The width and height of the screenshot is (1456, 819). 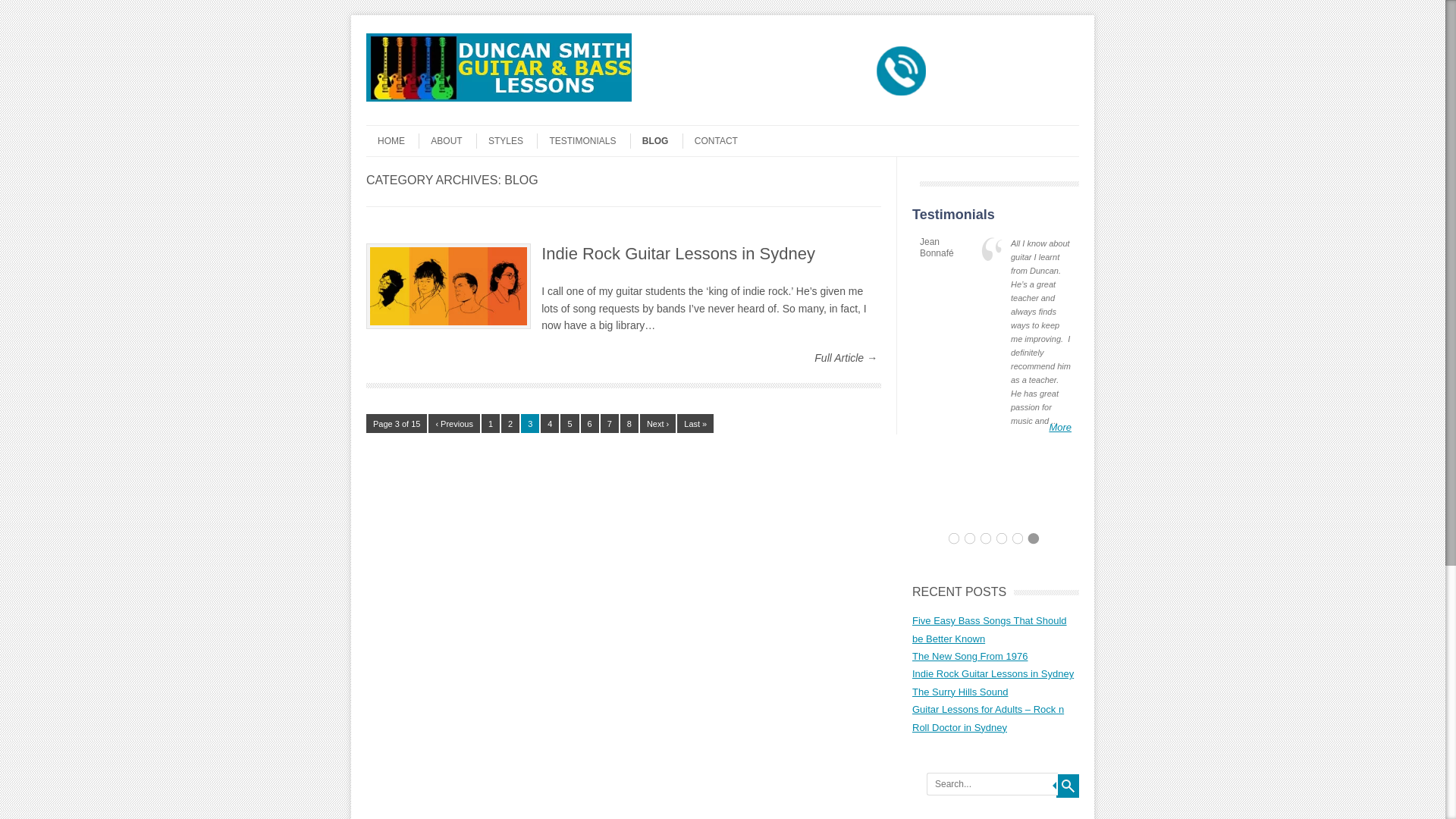 What do you see at coordinates (629, 423) in the screenshot?
I see `'8'` at bounding box center [629, 423].